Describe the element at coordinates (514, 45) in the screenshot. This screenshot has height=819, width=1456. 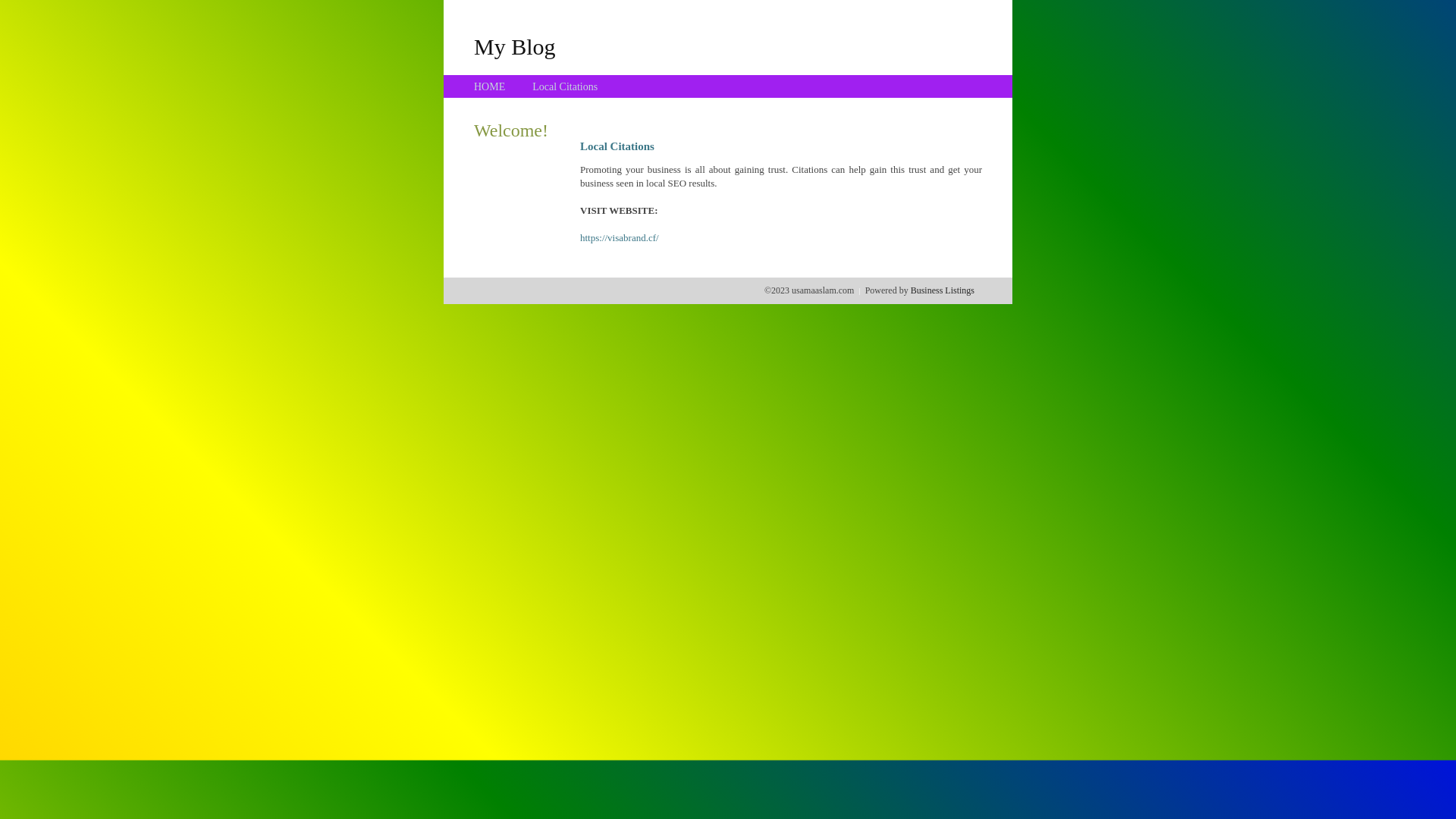
I see `'My Blog'` at that location.